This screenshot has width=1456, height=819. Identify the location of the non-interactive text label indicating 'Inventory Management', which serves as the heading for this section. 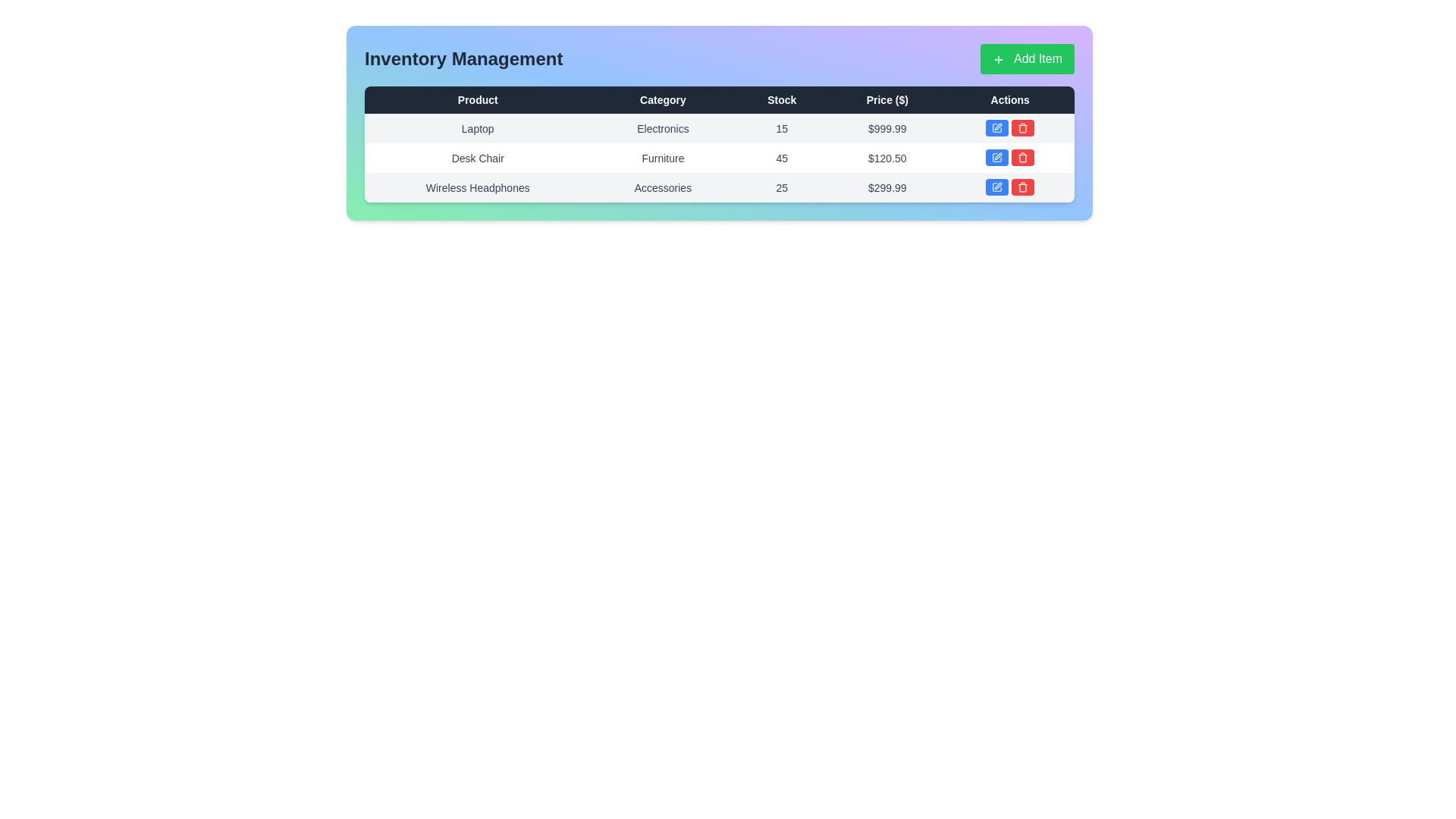
(463, 58).